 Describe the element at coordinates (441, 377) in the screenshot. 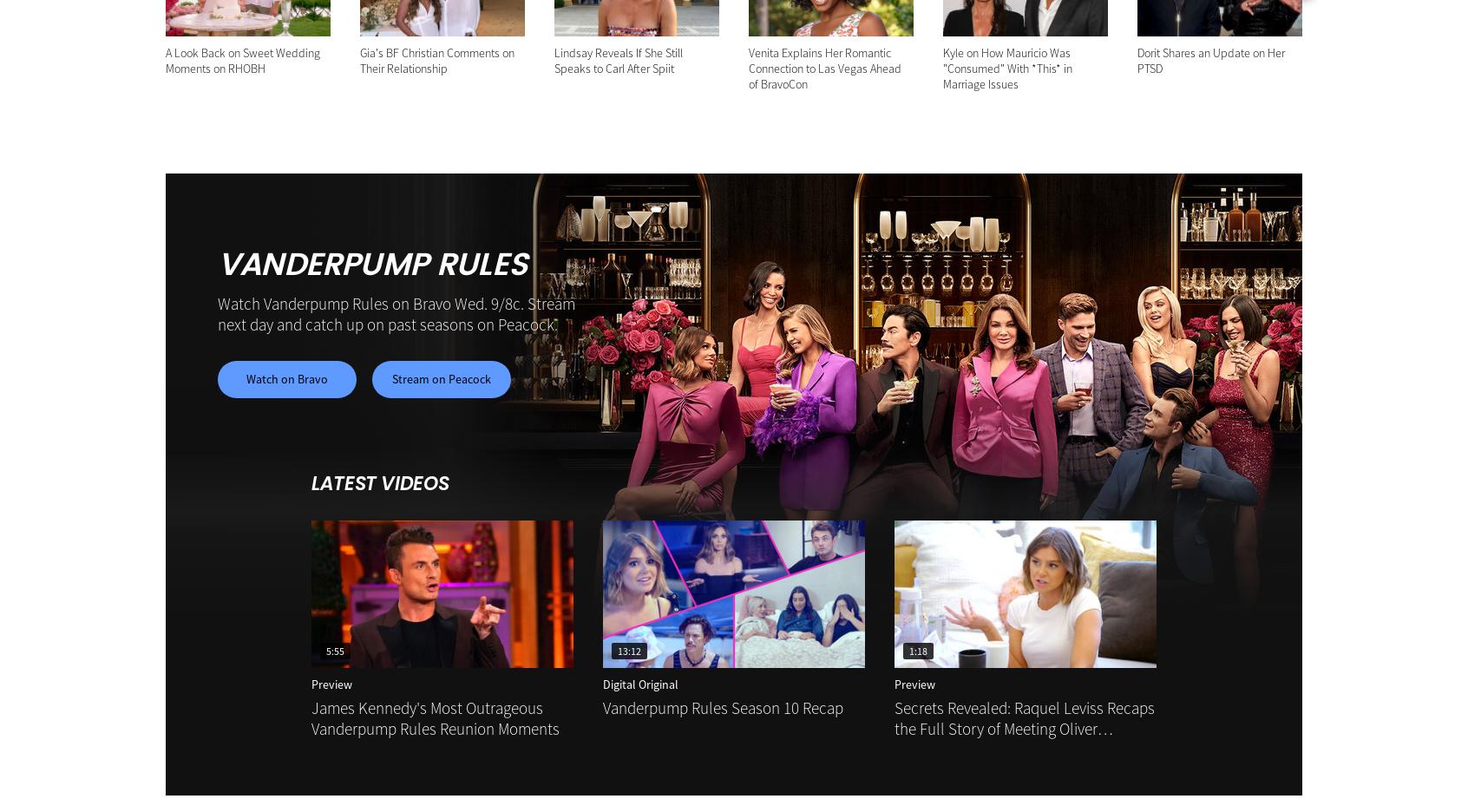

I see `'Stream on Peacock'` at that location.